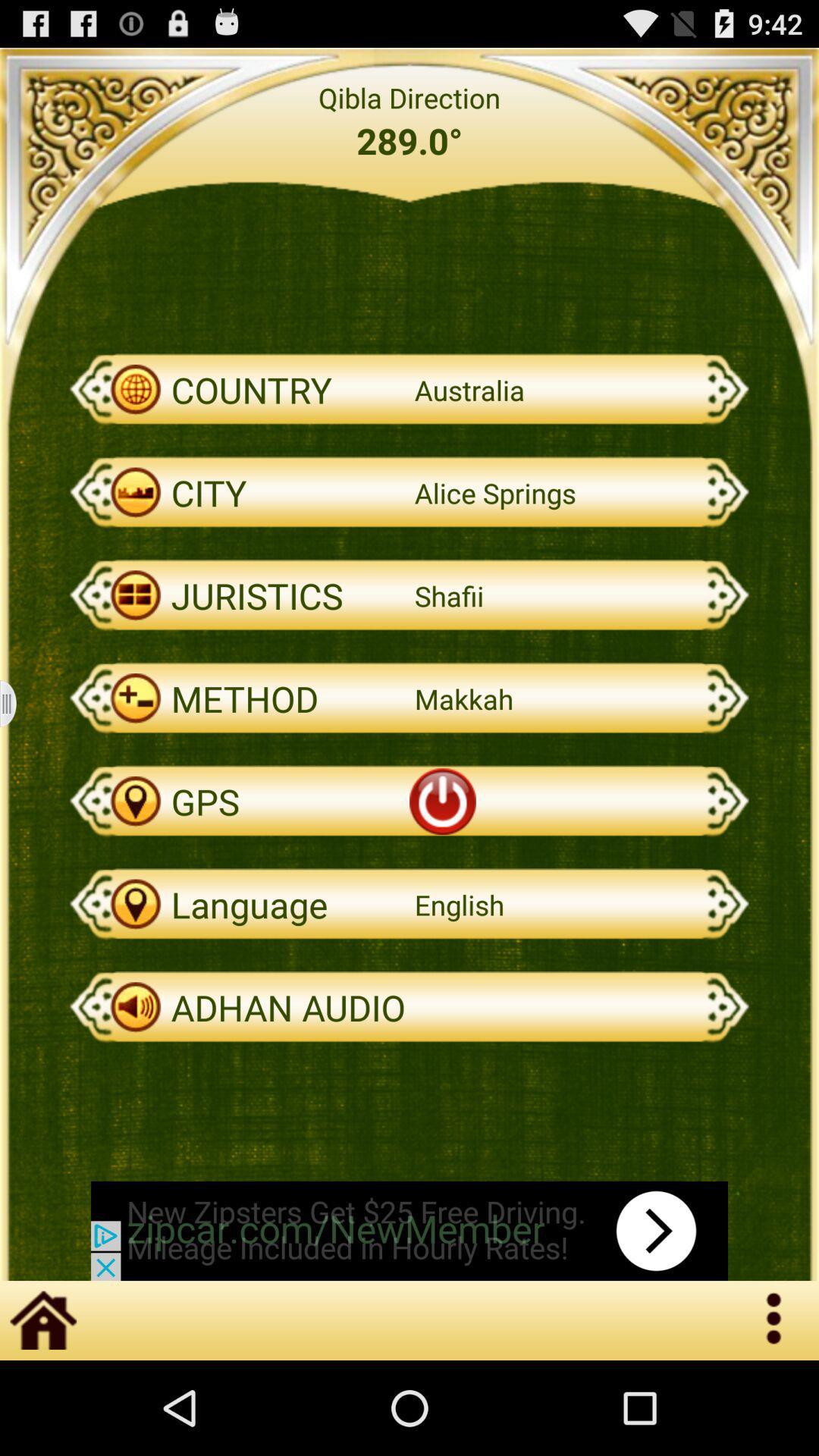 This screenshot has width=819, height=1456. What do you see at coordinates (409, 1231) in the screenshot?
I see `advertisement` at bounding box center [409, 1231].